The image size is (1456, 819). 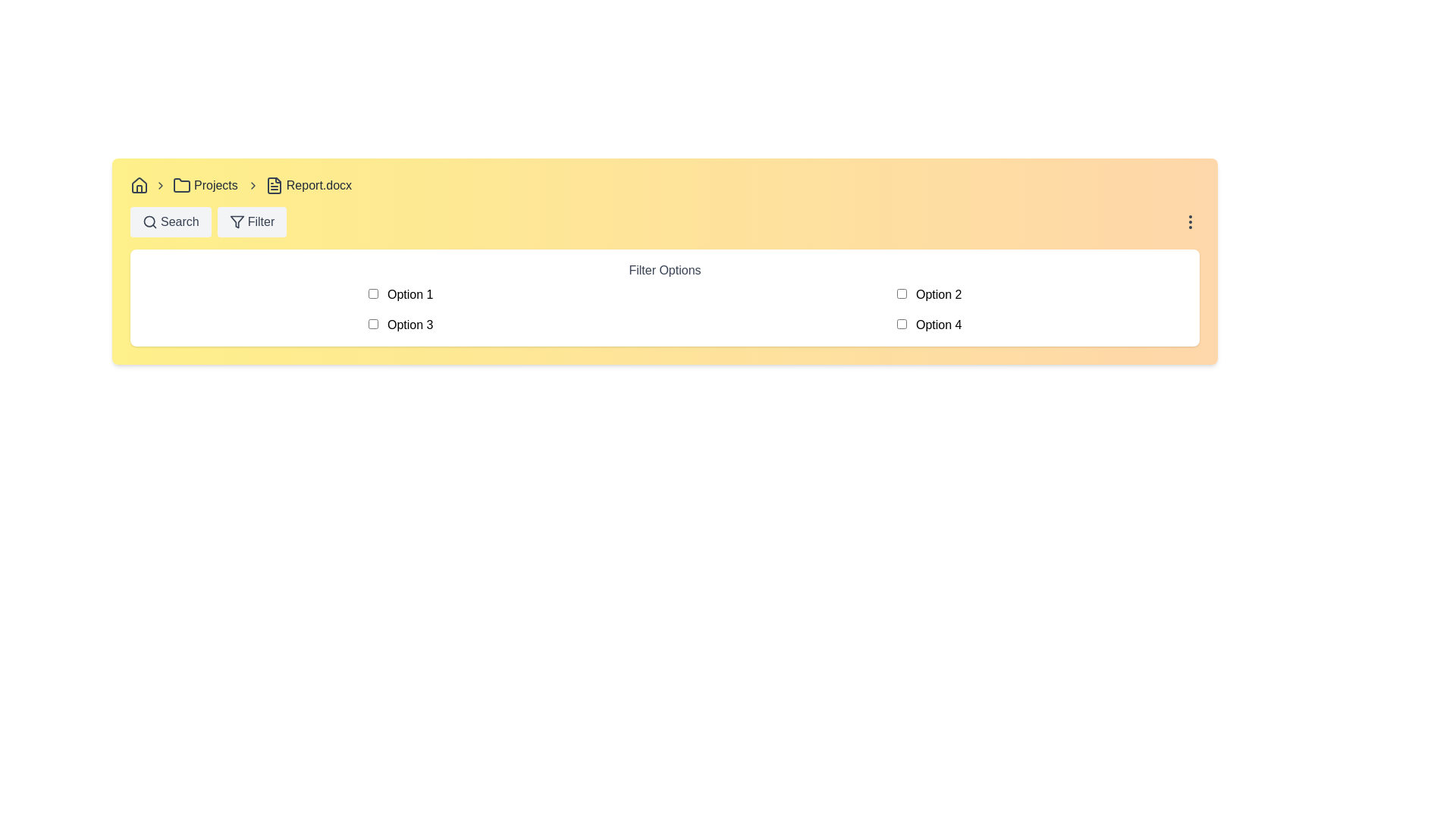 What do you see at coordinates (236, 222) in the screenshot?
I see `the small inverted funnel icon located on the toolbar to the right of the 'Search' button` at bounding box center [236, 222].